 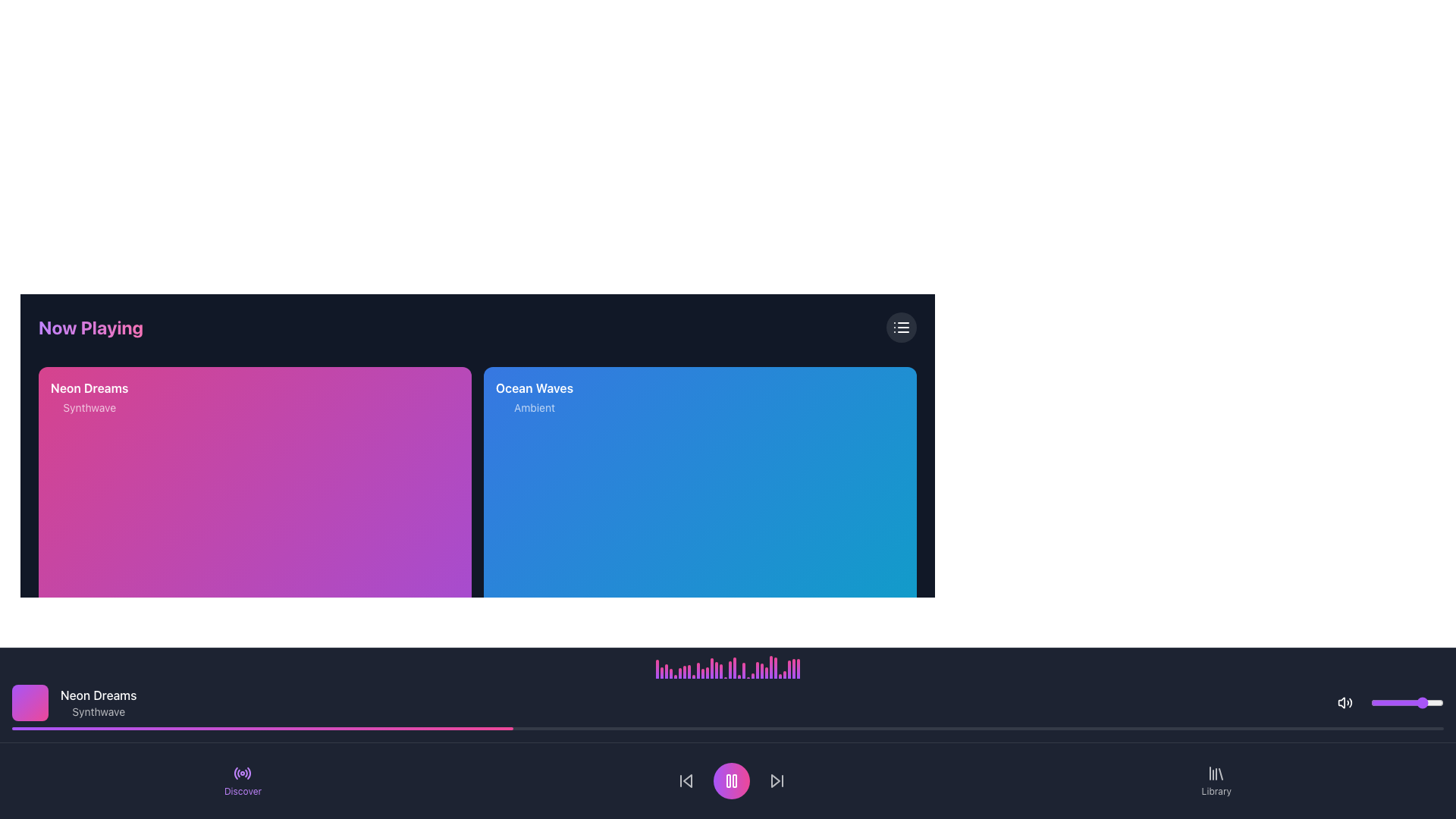 What do you see at coordinates (716, 670) in the screenshot?
I see `the small vertical bar styled with a gradient transitioning from purple to pink, located centrally in the bottom section of the audio visualizer` at bounding box center [716, 670].